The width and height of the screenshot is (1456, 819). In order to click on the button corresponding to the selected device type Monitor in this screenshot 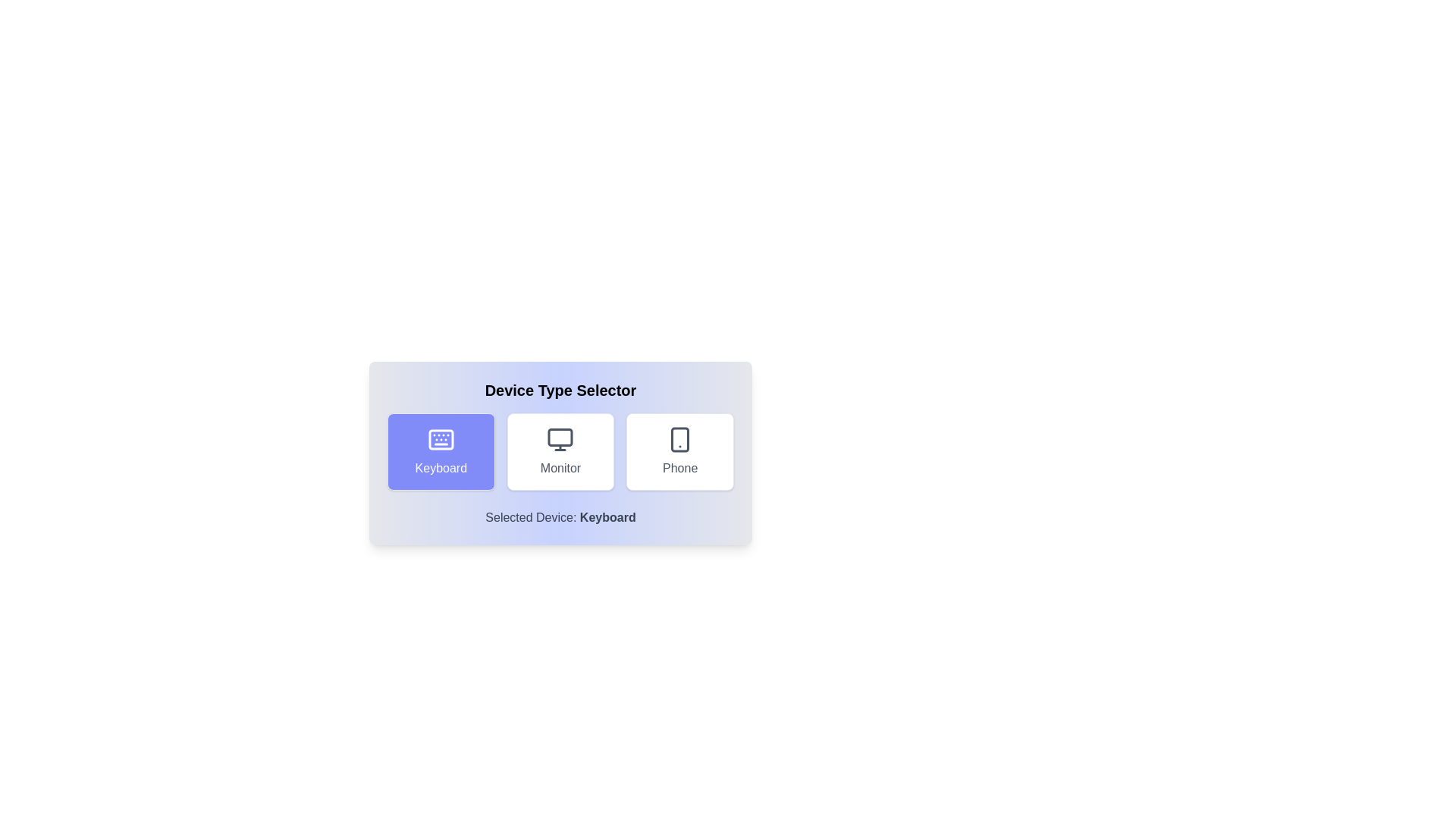, I will do `click(560, 451)`.